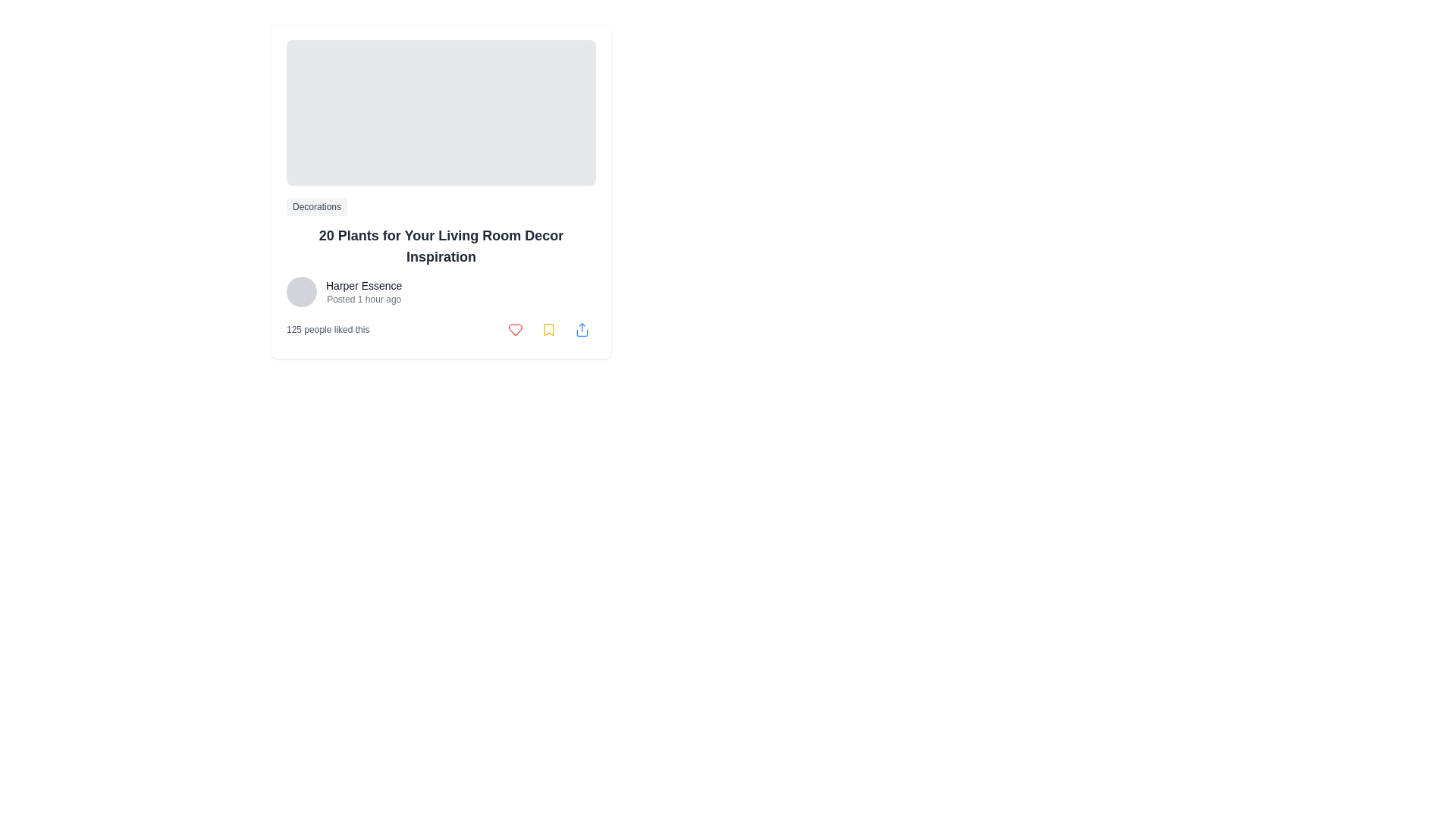  What do you see at coordinates (364, 299) in the screenshot?
I see `the timestamp text label located below 'Harper Essence' in the card layout, which displays when the content was posted` at bounding box center [364, 299].